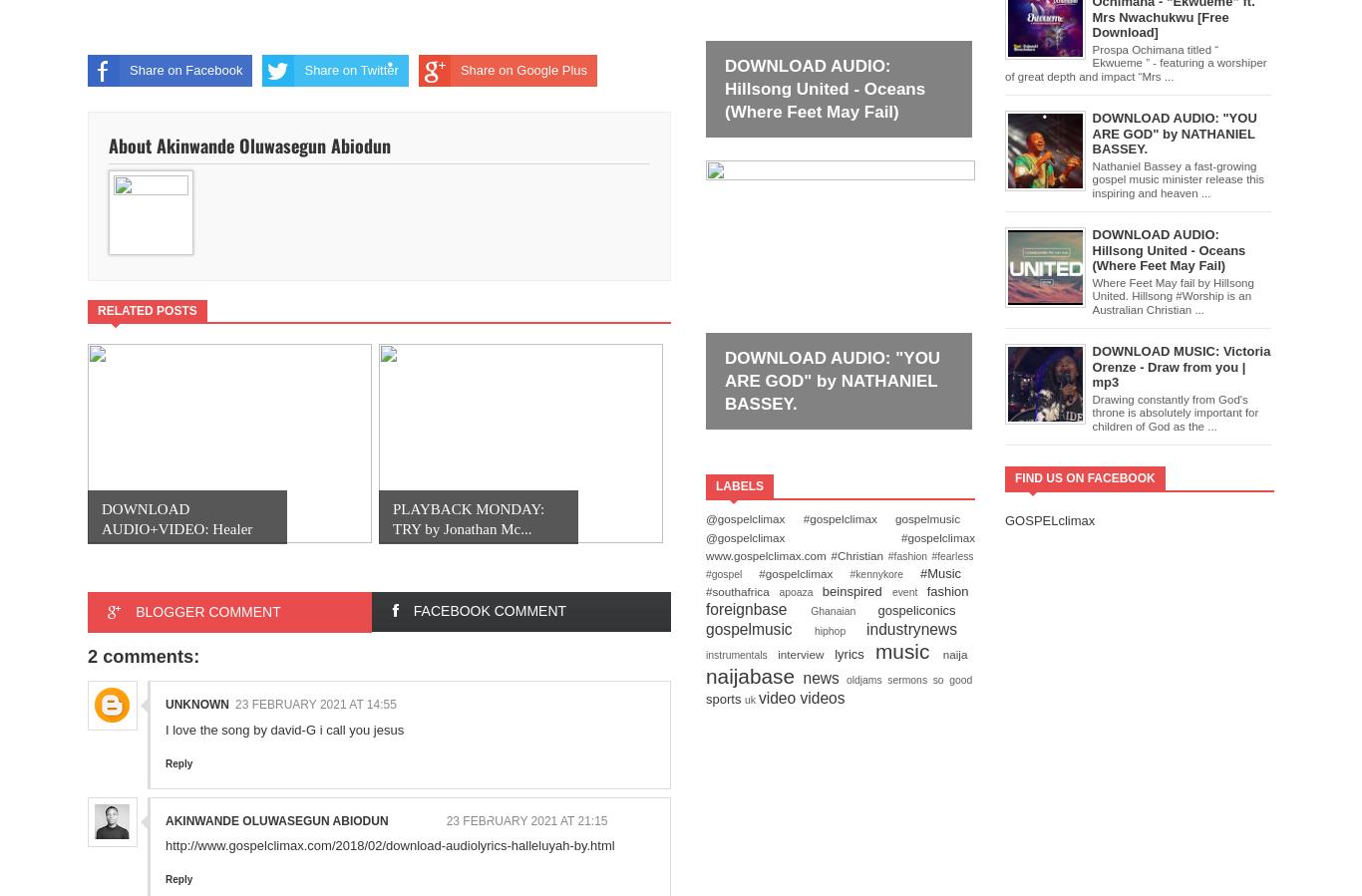 This screenshot has height=896, width=1362. I want to click on 'sports', so click(725, 697).